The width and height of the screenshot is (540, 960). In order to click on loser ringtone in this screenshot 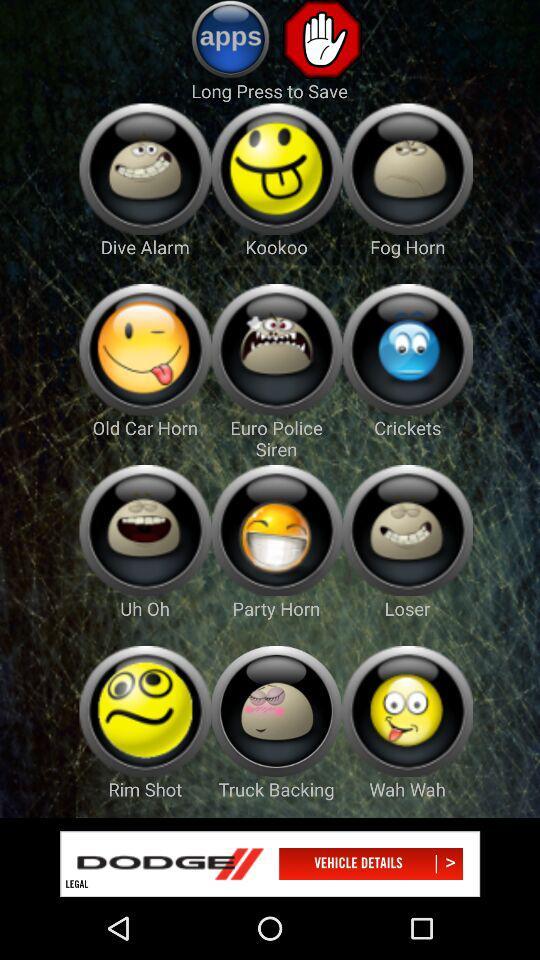, I will do `click(406, 529)`.